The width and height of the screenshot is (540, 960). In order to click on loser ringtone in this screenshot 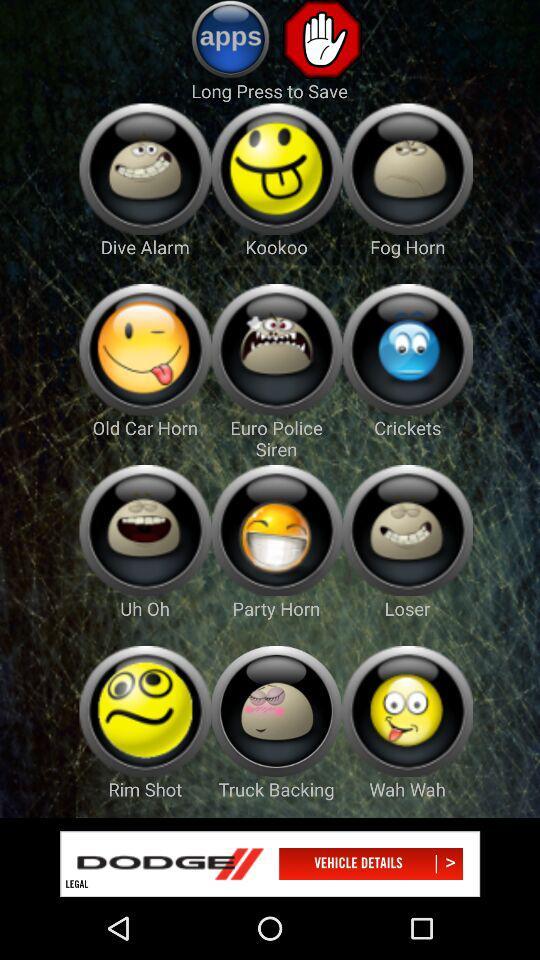, I will do `click(406, 529)`.